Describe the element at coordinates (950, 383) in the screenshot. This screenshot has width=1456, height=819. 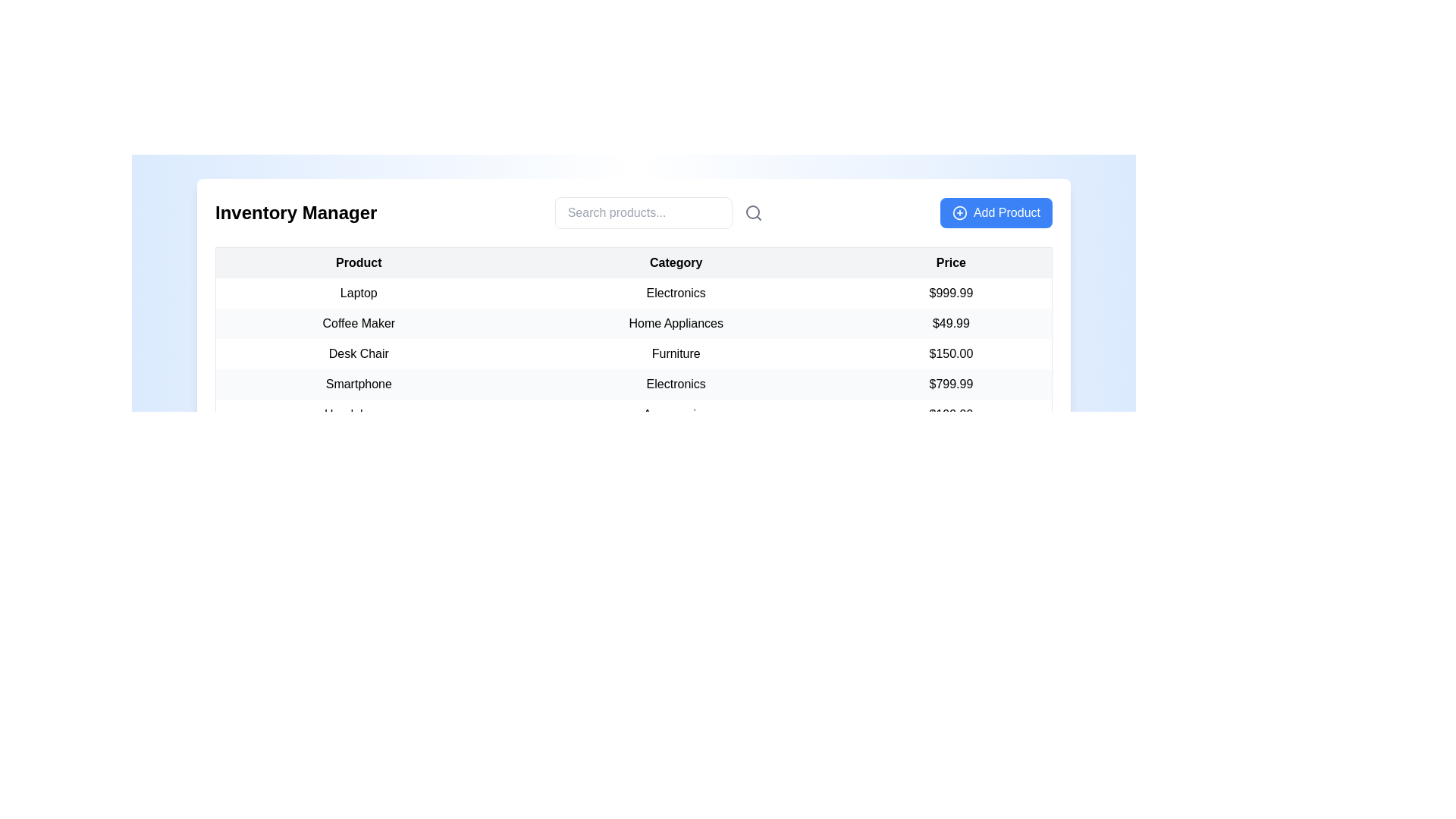
I see `the text label displaying the price '$799.99', which is aligned to the rightmost third column of the table under the 'Price' heading` at that location.